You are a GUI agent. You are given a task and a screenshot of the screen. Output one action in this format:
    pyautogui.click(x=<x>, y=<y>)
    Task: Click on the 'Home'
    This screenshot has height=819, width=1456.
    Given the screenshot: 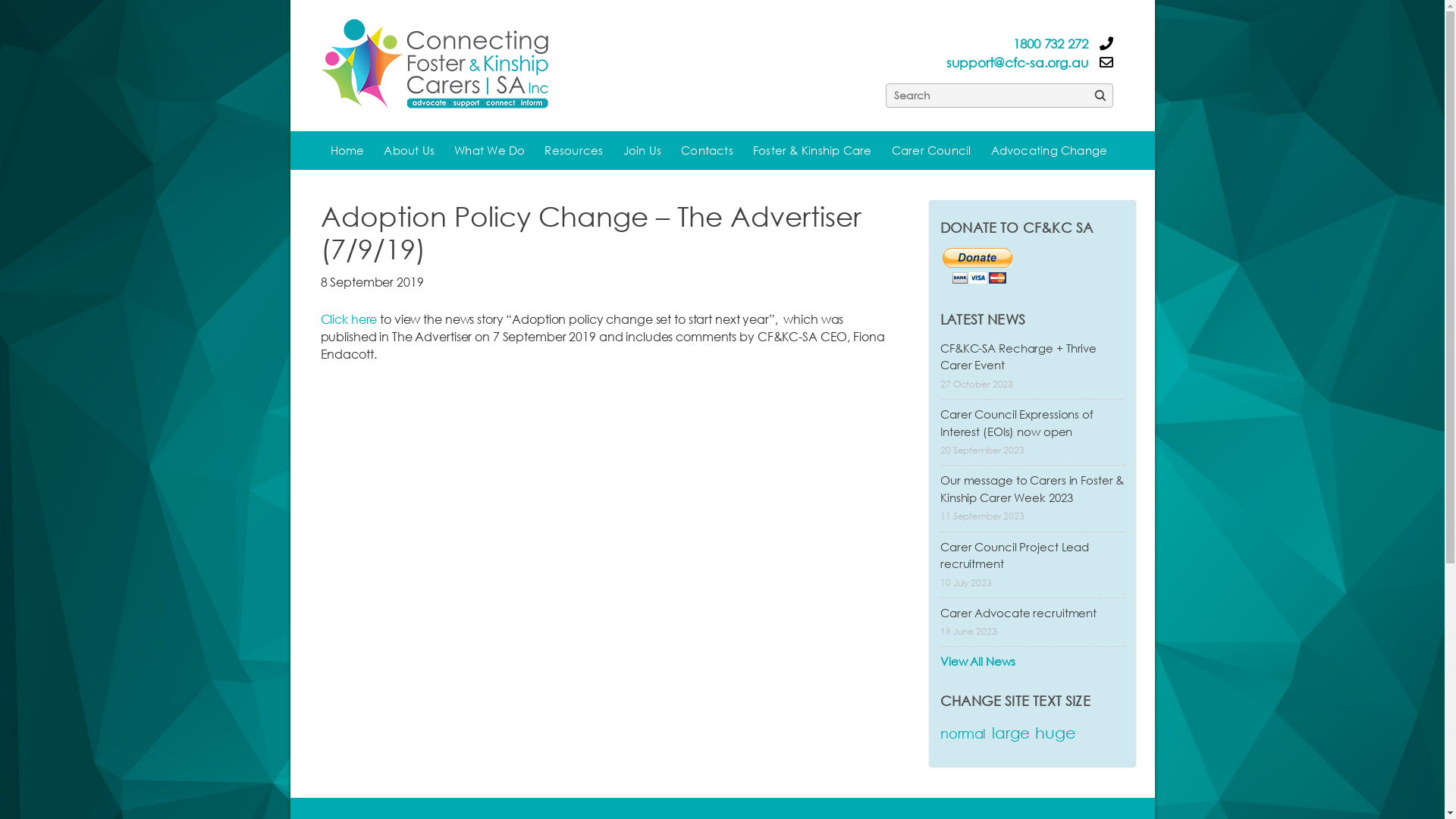 What is the action you would take?
    pyautogui.click(x=346, y=150)
    